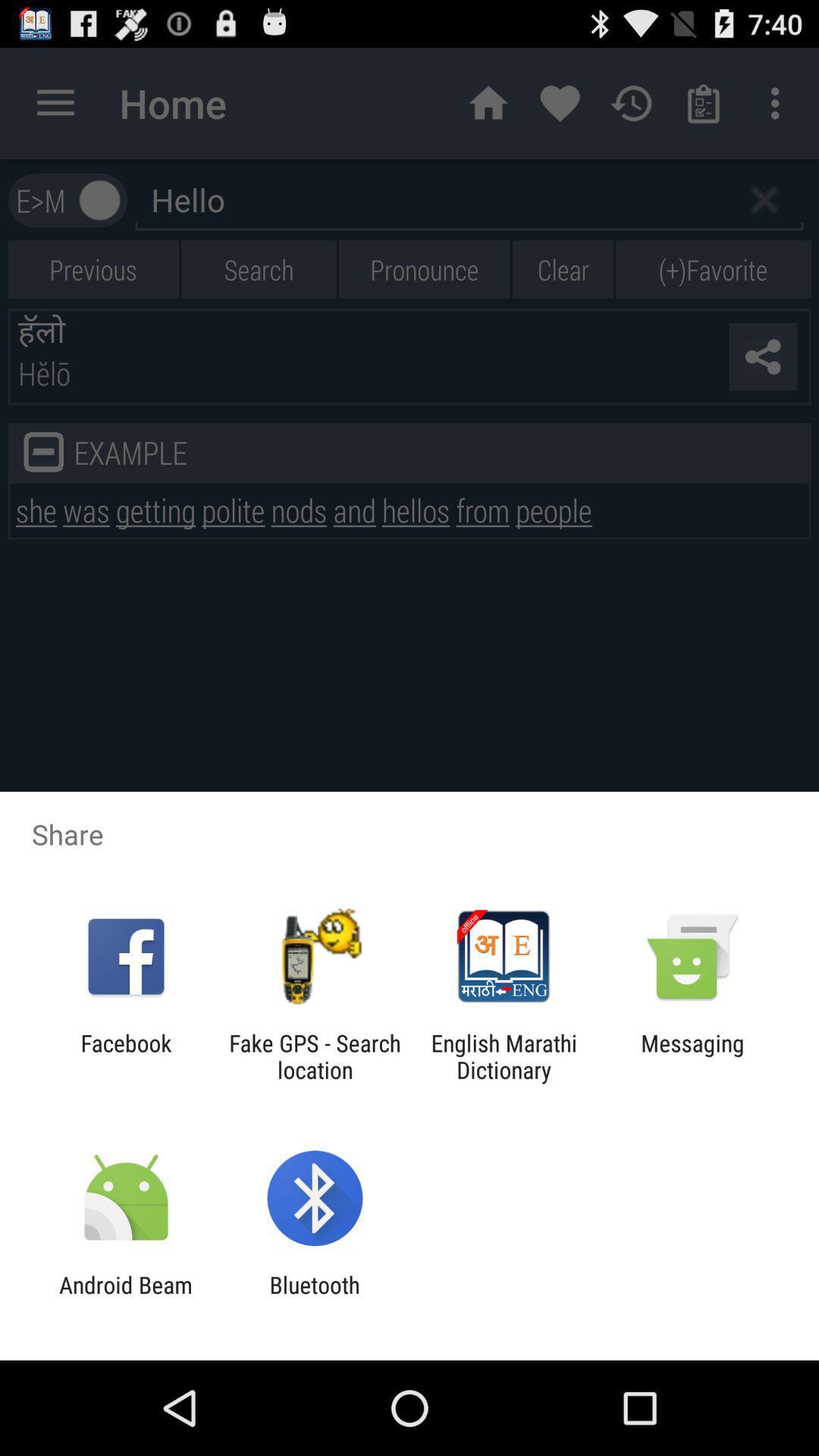  Describe the element at coordinates (504, 1056) in the screenshot. I see `english marathi dictionary item` at that location.